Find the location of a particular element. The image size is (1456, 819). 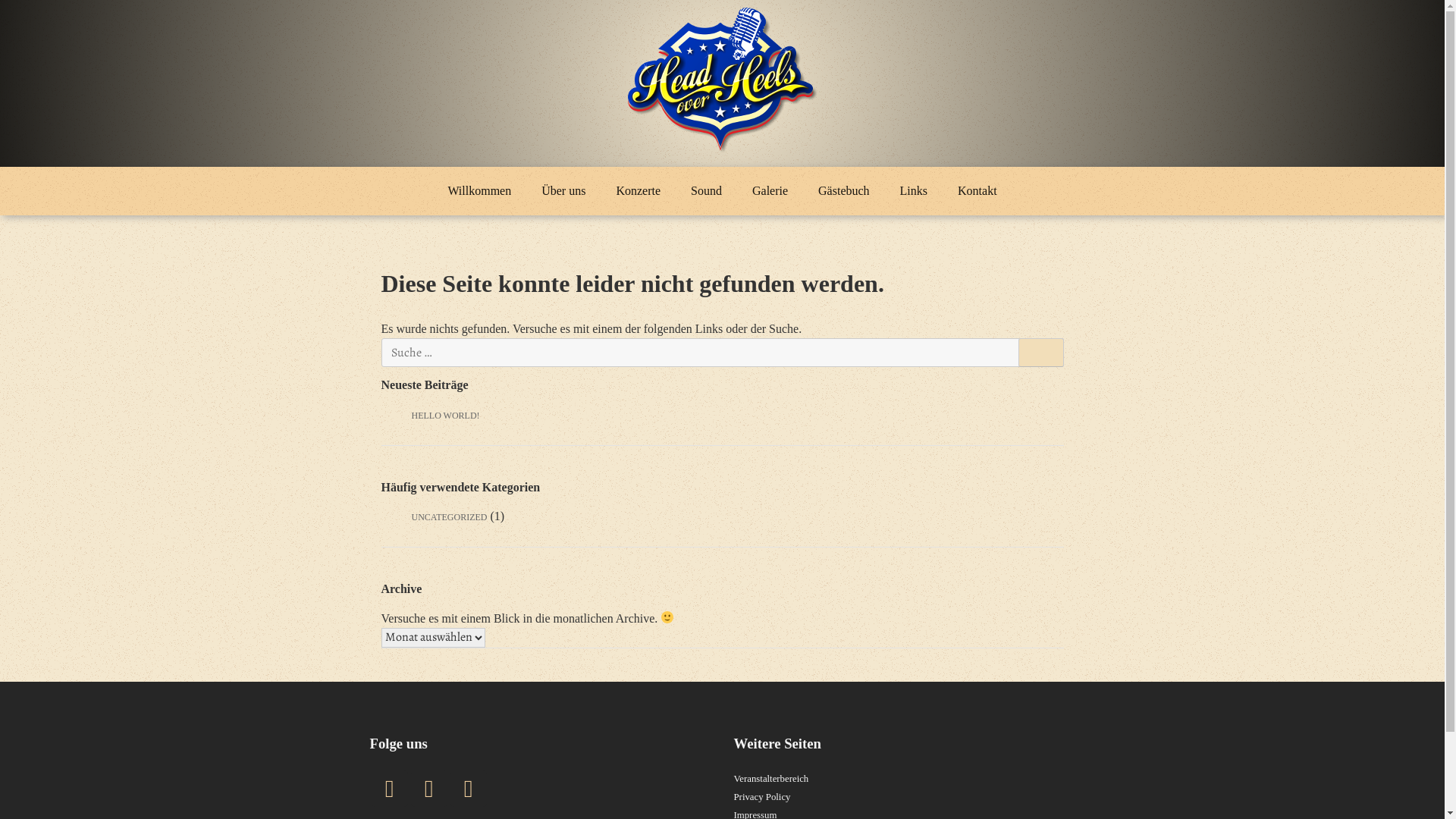

'UNCATEGORIZED' is located at coordinates (447, 516).